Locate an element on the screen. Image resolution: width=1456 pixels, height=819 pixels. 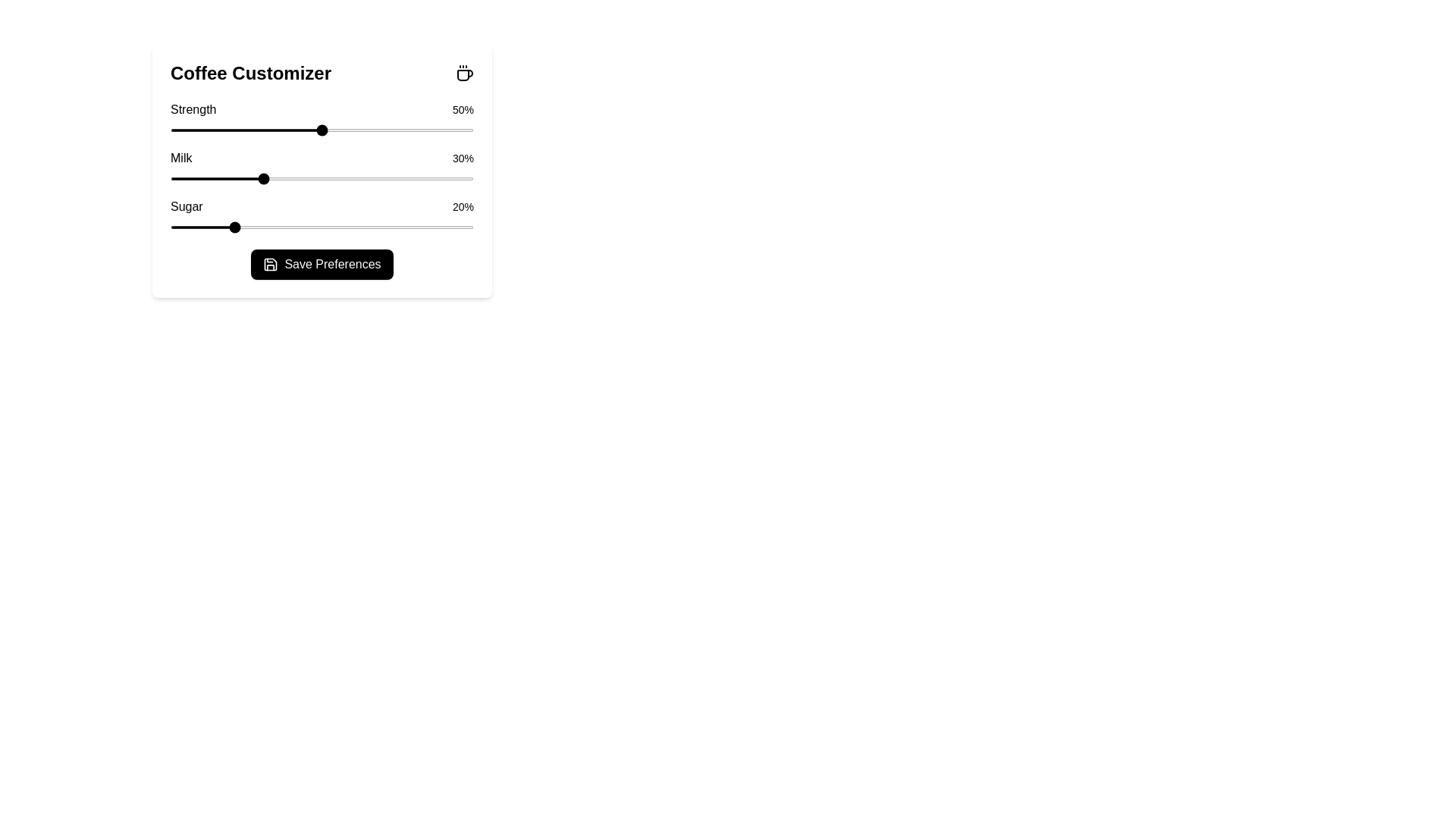
title 'Milk' and the value '30%' from the slider component located in the 'Coffee Customizer' panel, which is the second section below the title and above the 'Sugar' section is located at coordinates (322, 167).